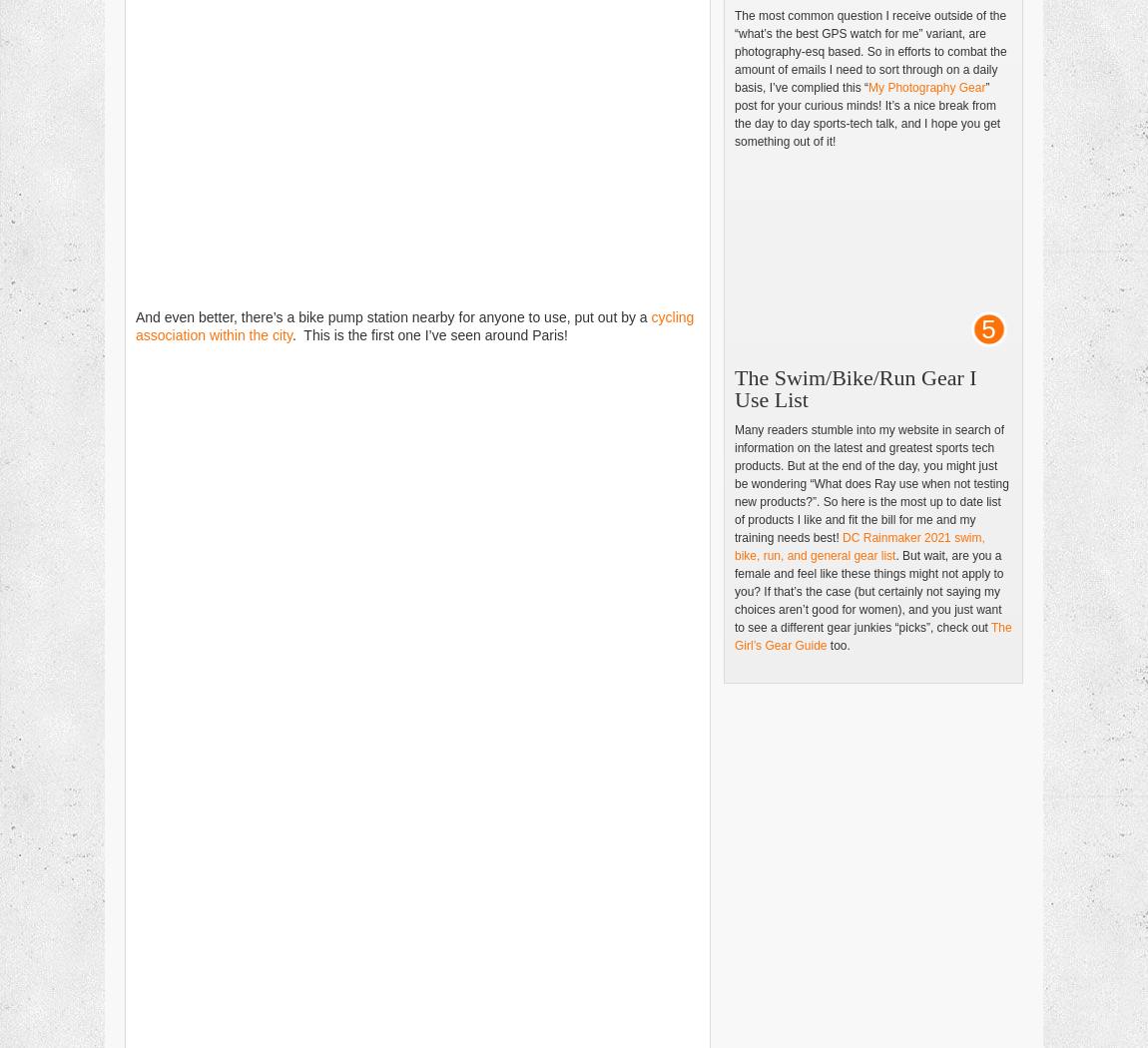 Image resolution: width=1148 pixels, height=1048 pixels. What do you see at coordinates (859, 546) in the screenshot?
I see `'DC Rainmaker 2021 swim, bike, run, and general gear list'` at bounding box center [859, 546].